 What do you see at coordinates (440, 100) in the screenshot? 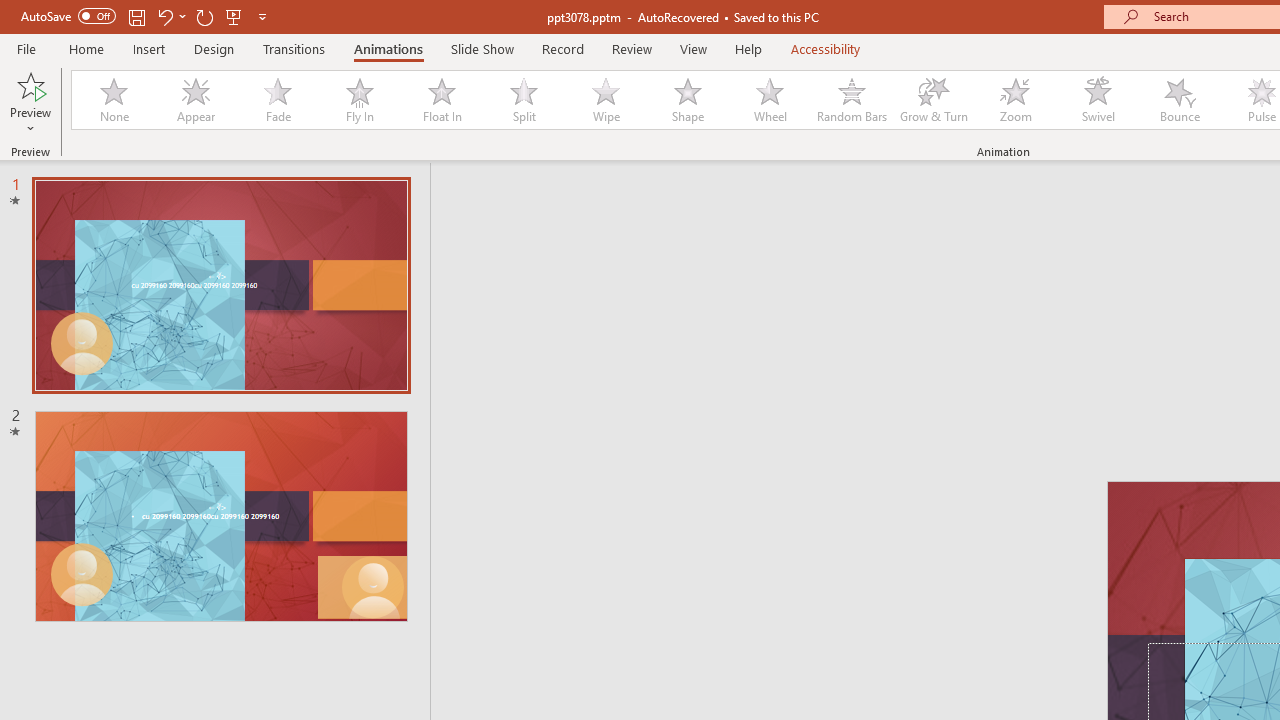
I see `'Float In'` at bounding box center [440, 100].